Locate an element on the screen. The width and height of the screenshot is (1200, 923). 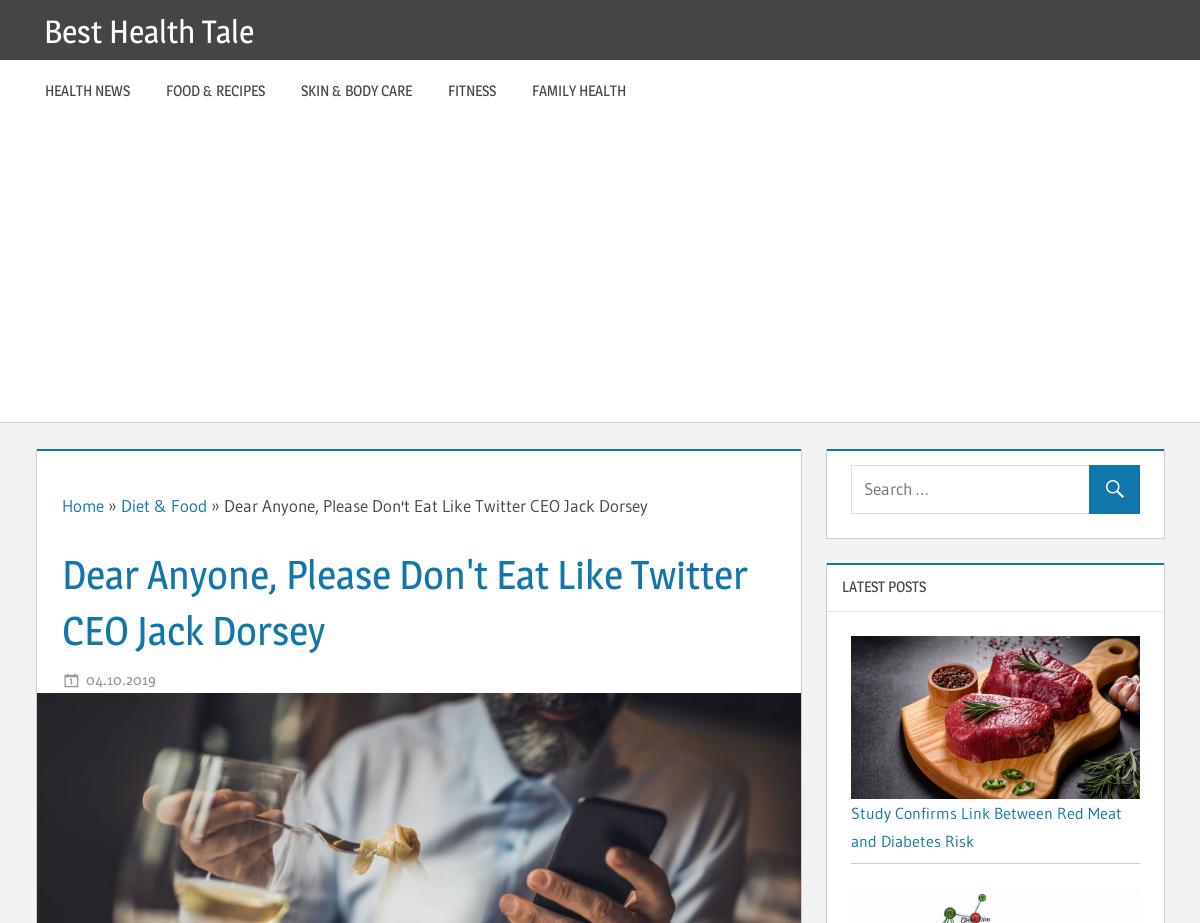
'Best Health Tale' is located at coordinates (44, 31).